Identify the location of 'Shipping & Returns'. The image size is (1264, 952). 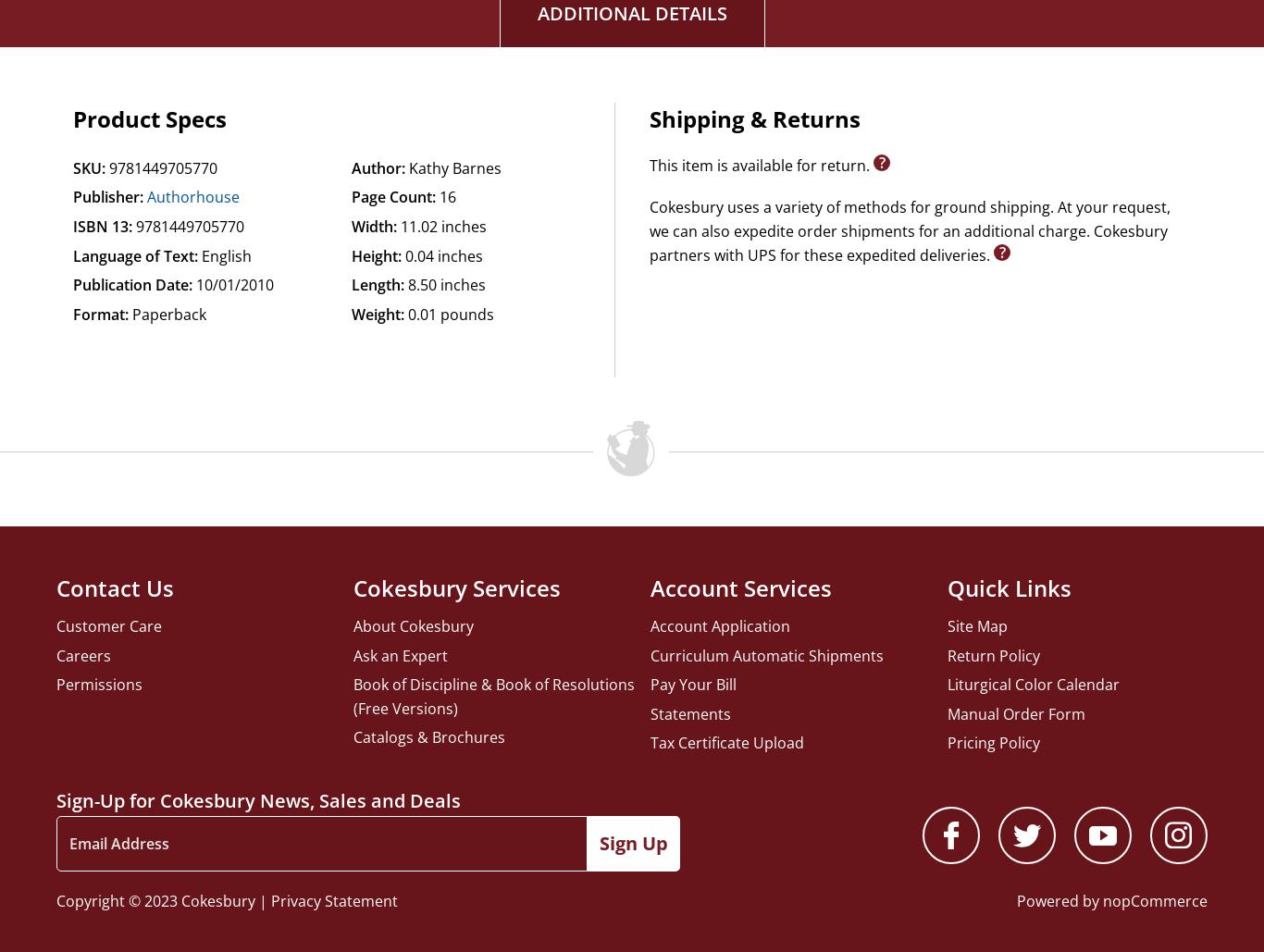
(752, 117).